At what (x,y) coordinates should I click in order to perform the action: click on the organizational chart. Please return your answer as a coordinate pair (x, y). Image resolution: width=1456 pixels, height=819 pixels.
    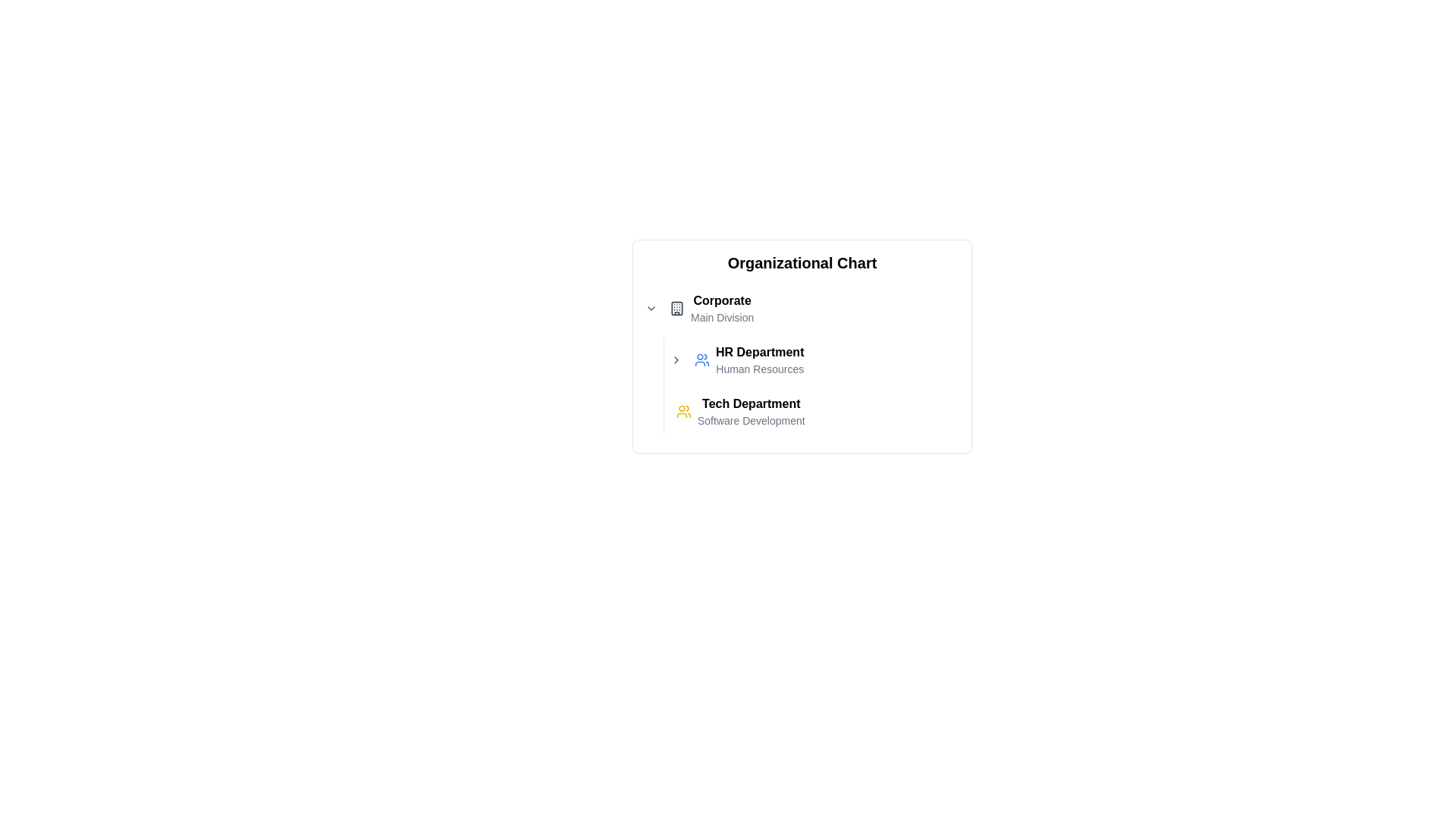
    Looking at the image, I should click on (801, 359).